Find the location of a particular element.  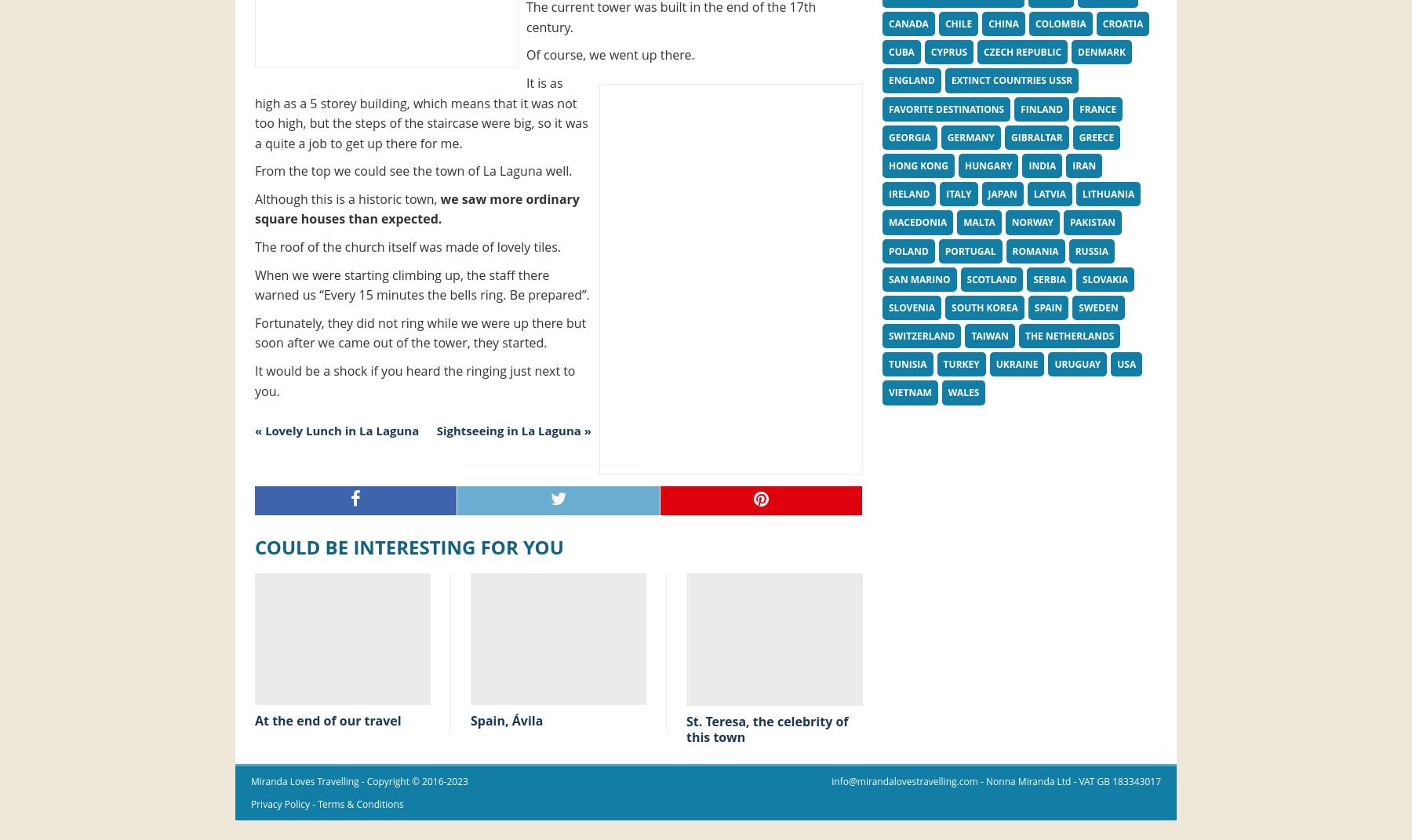

'It would be a shock if you heard the ringing just next to you.' is located at coordinates (414, 380).